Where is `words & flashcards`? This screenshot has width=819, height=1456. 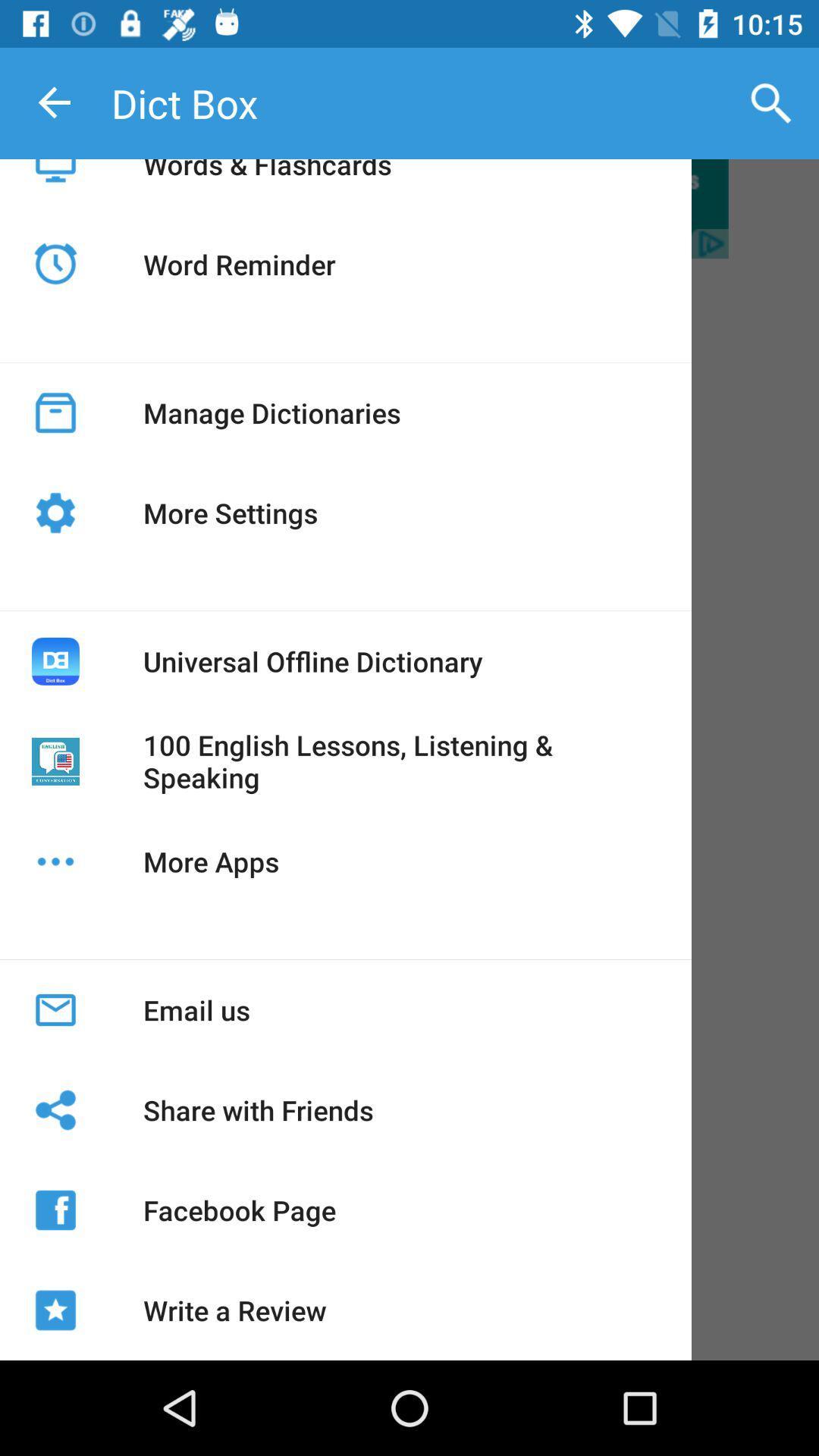 words & flashcards is located at coordinates (266, 181).